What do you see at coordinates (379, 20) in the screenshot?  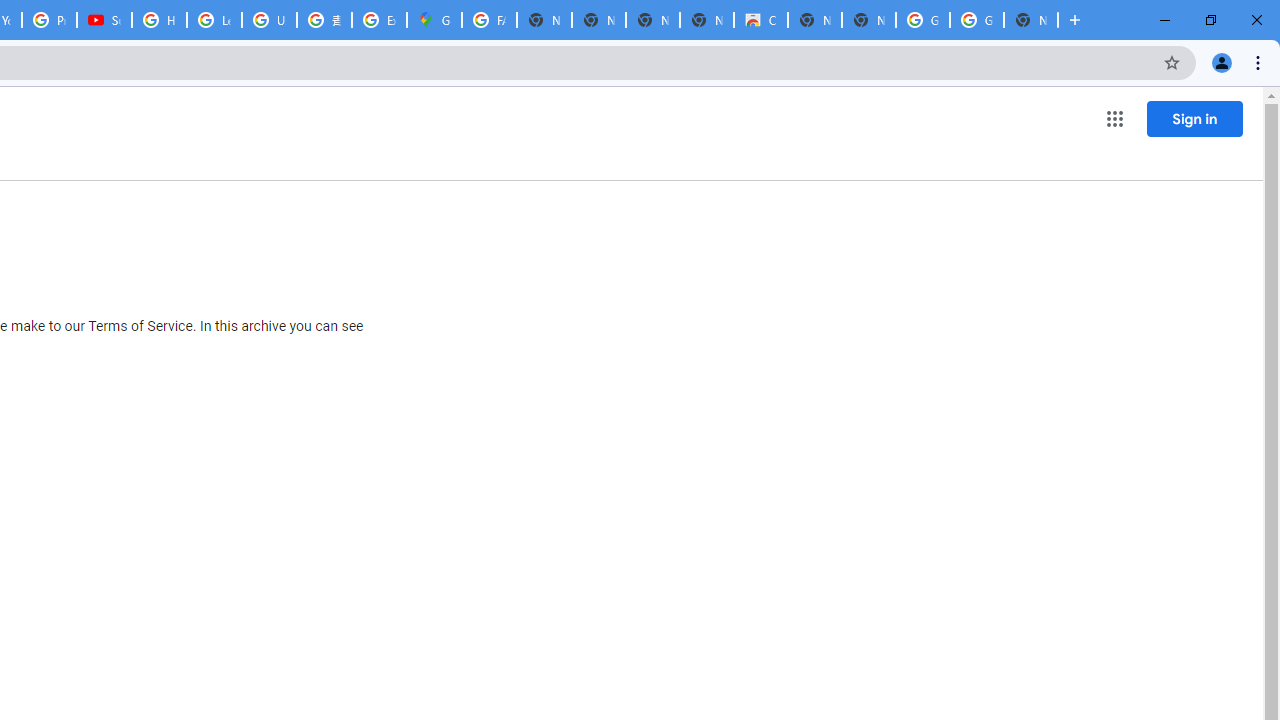 I see `'Explore new street-level details - Google Maps Help'` at bounding box center [379, 20].